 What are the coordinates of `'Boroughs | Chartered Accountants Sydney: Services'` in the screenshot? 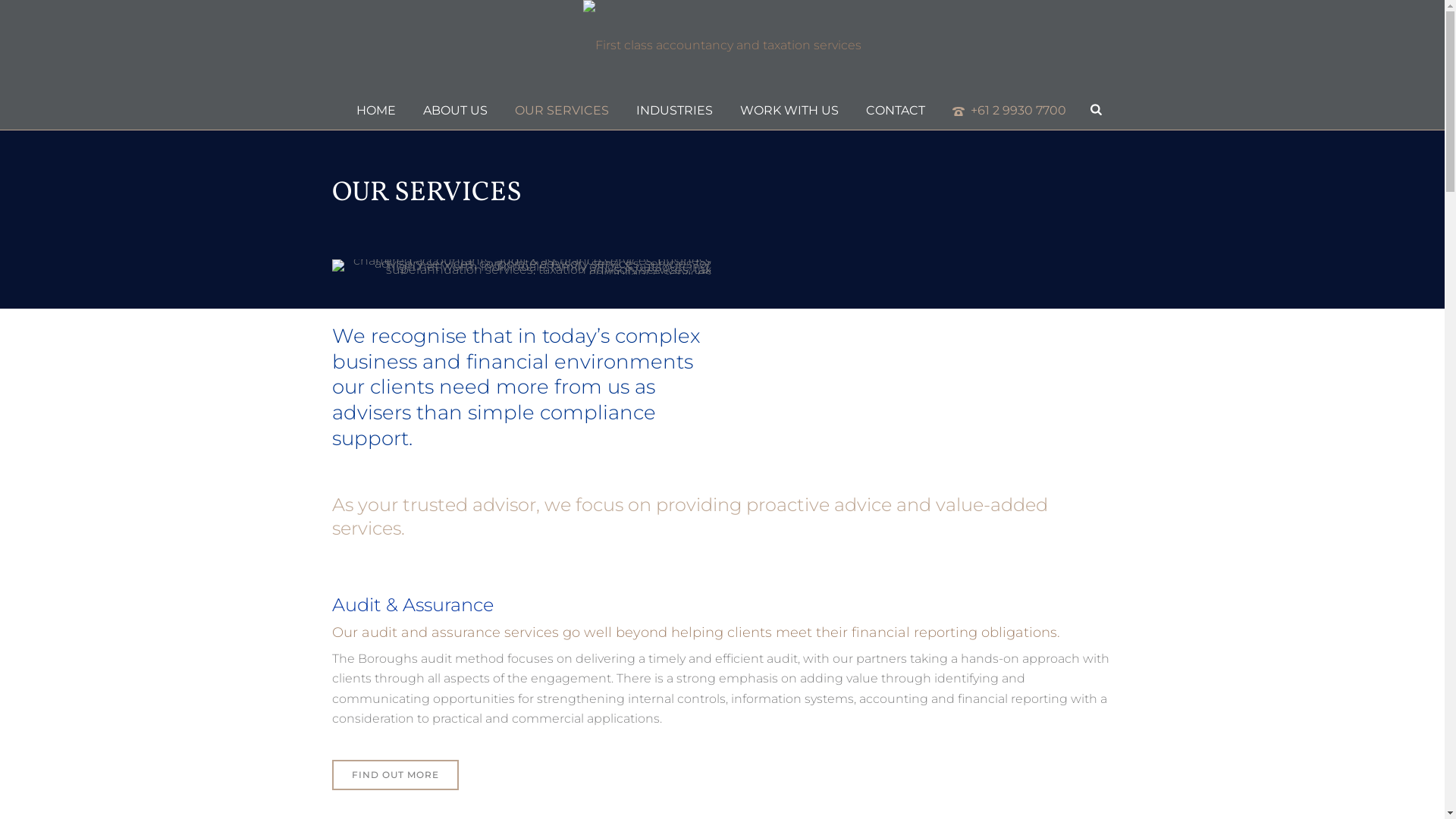 It's located at (521, 265).